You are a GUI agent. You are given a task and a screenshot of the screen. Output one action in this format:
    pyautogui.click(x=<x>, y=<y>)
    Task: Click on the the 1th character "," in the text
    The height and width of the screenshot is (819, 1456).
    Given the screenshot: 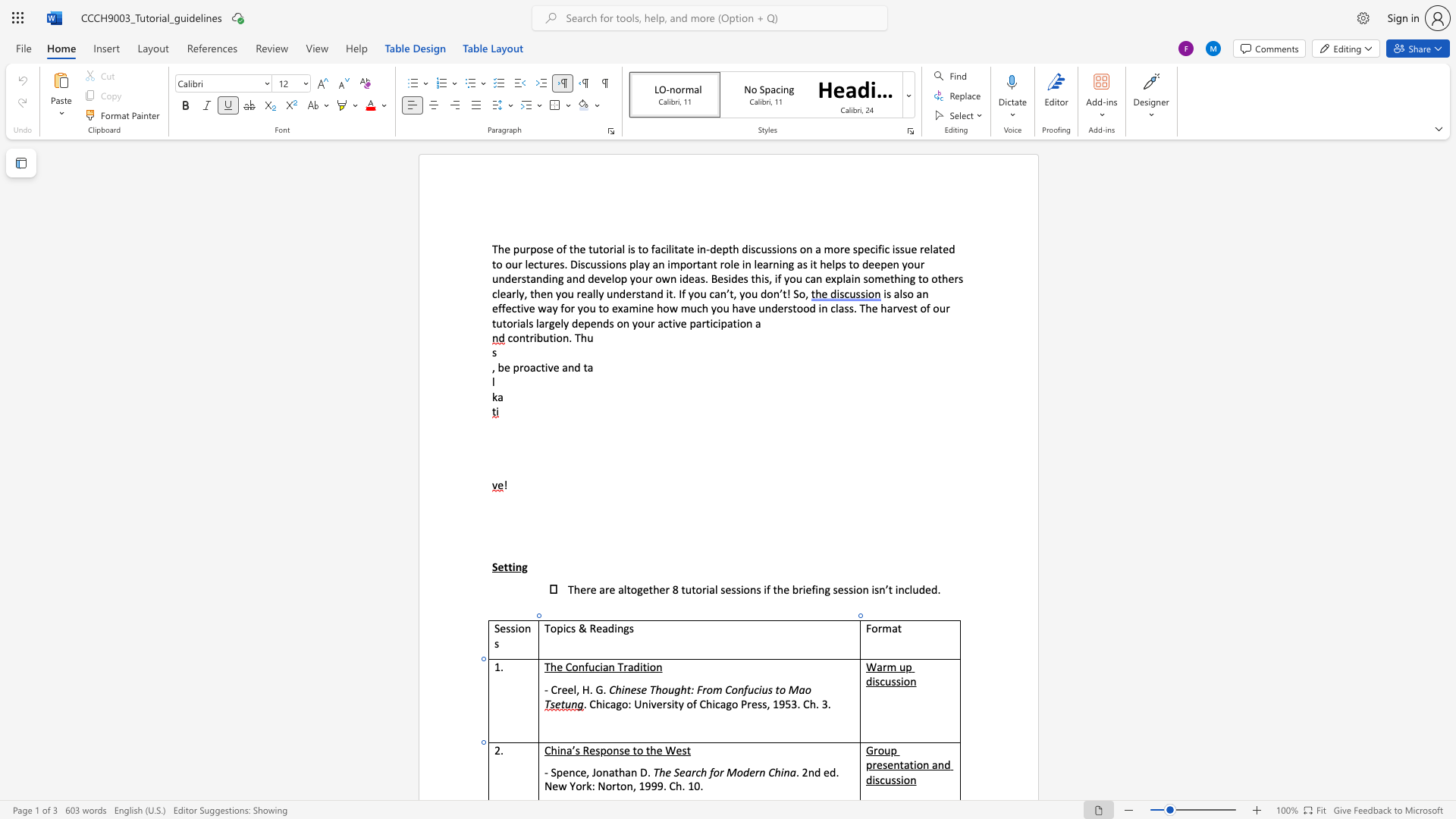 What is the action you would take?
    pyautogui.click(x=577, y=689)
    